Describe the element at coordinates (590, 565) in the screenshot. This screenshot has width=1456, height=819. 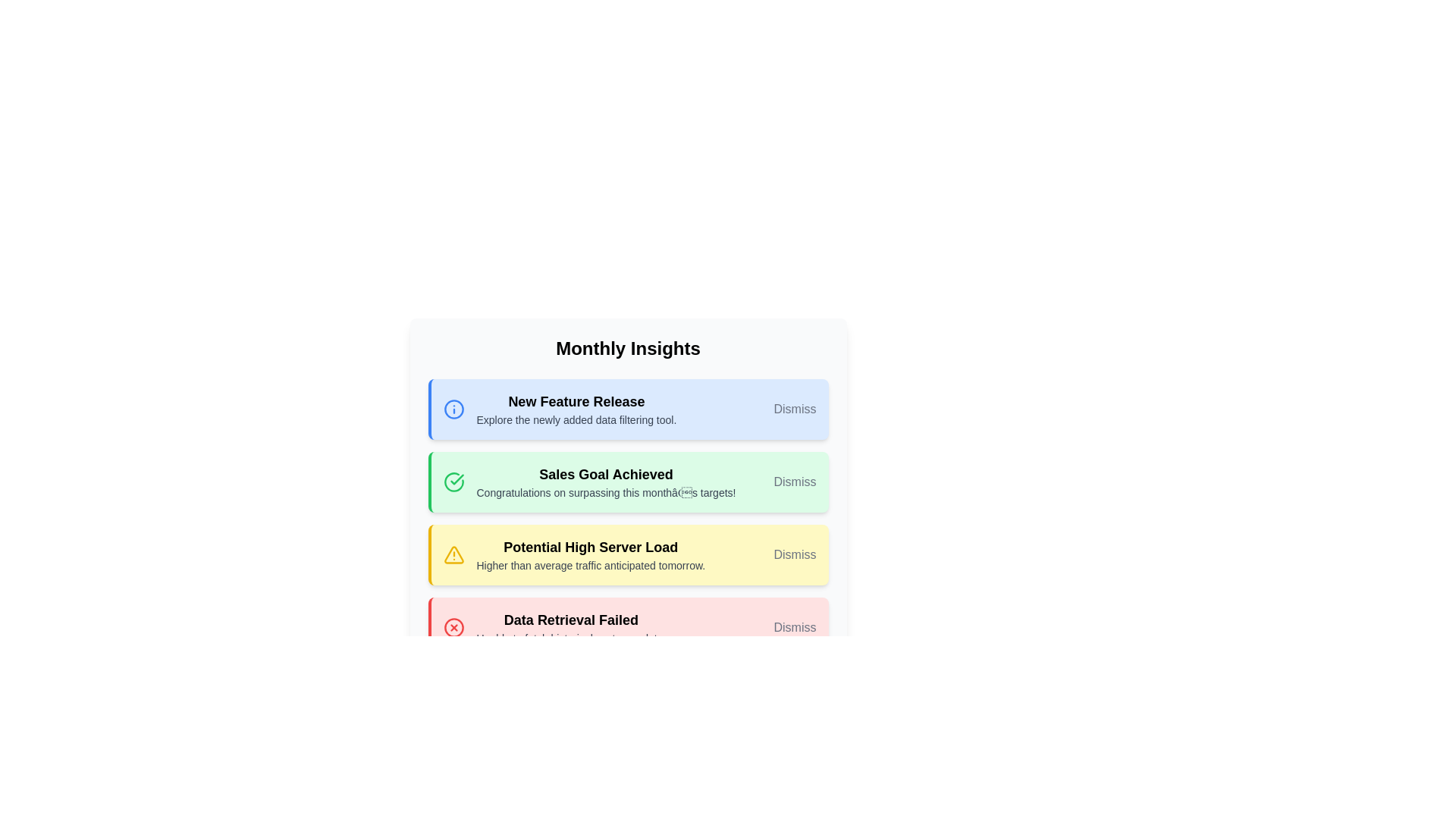
I see `the text display providing additional information about the 'Potential High Server Load' notification located below the bold heading in the yellow area` at that location.